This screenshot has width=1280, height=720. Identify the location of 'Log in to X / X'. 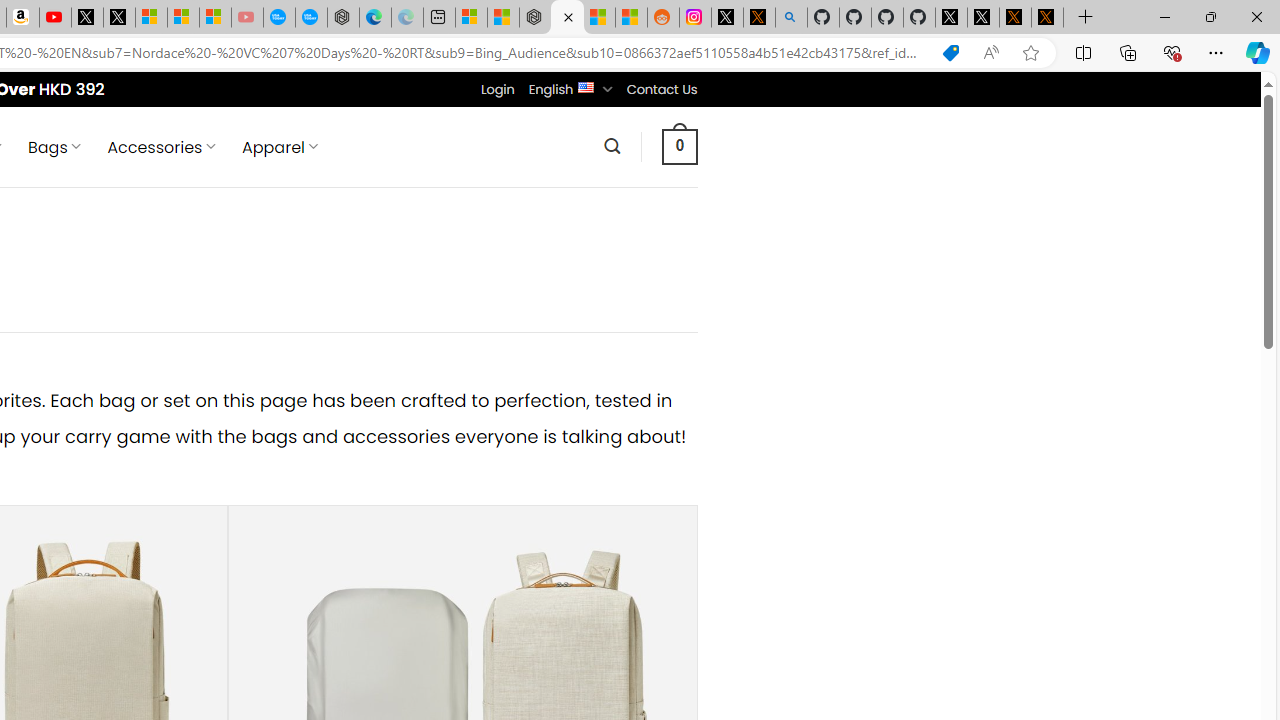
(726, 17).